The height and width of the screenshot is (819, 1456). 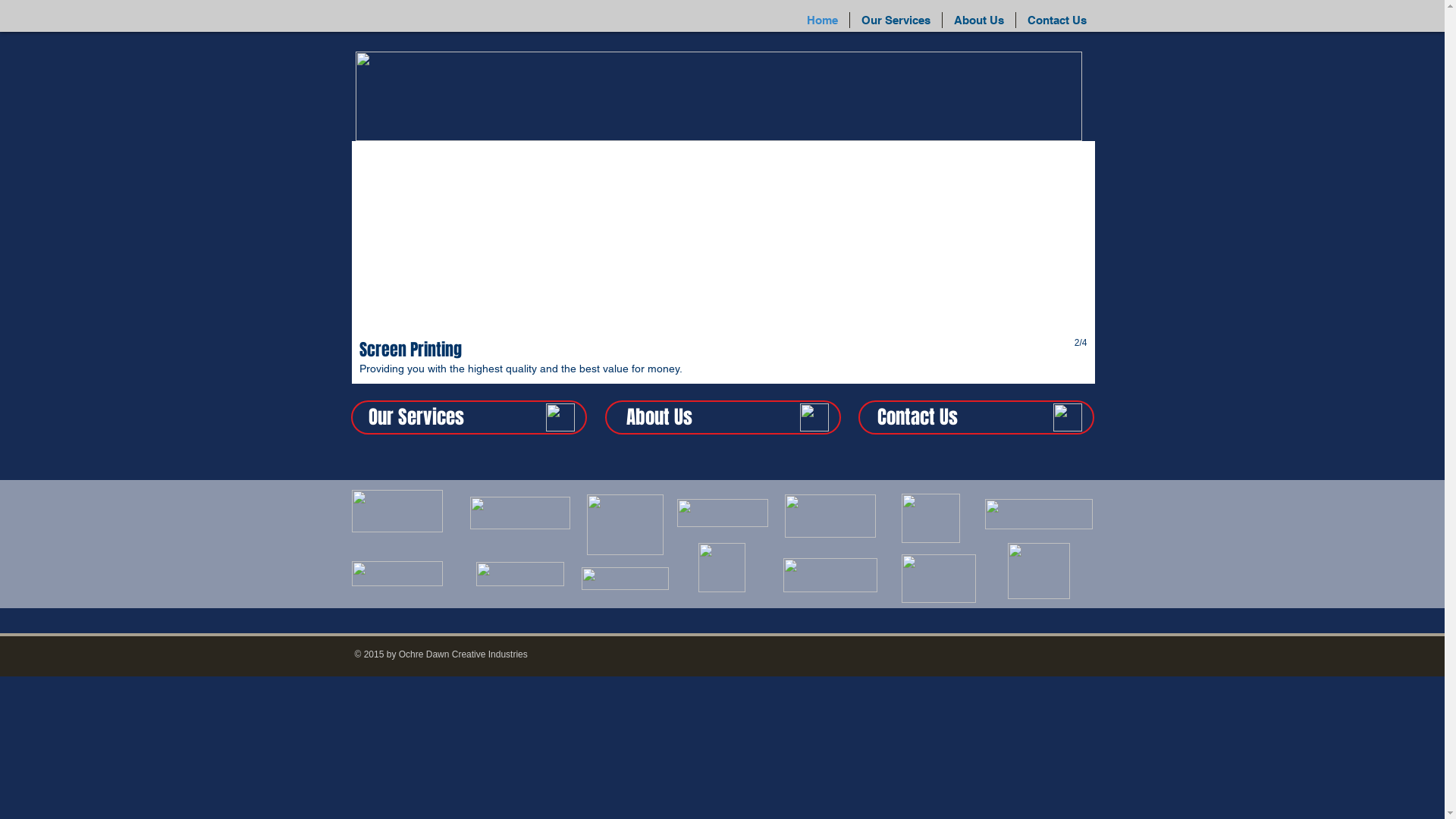 I want to click on 'Ochre Dawn Creative Industries', so click(x=462, y=654).